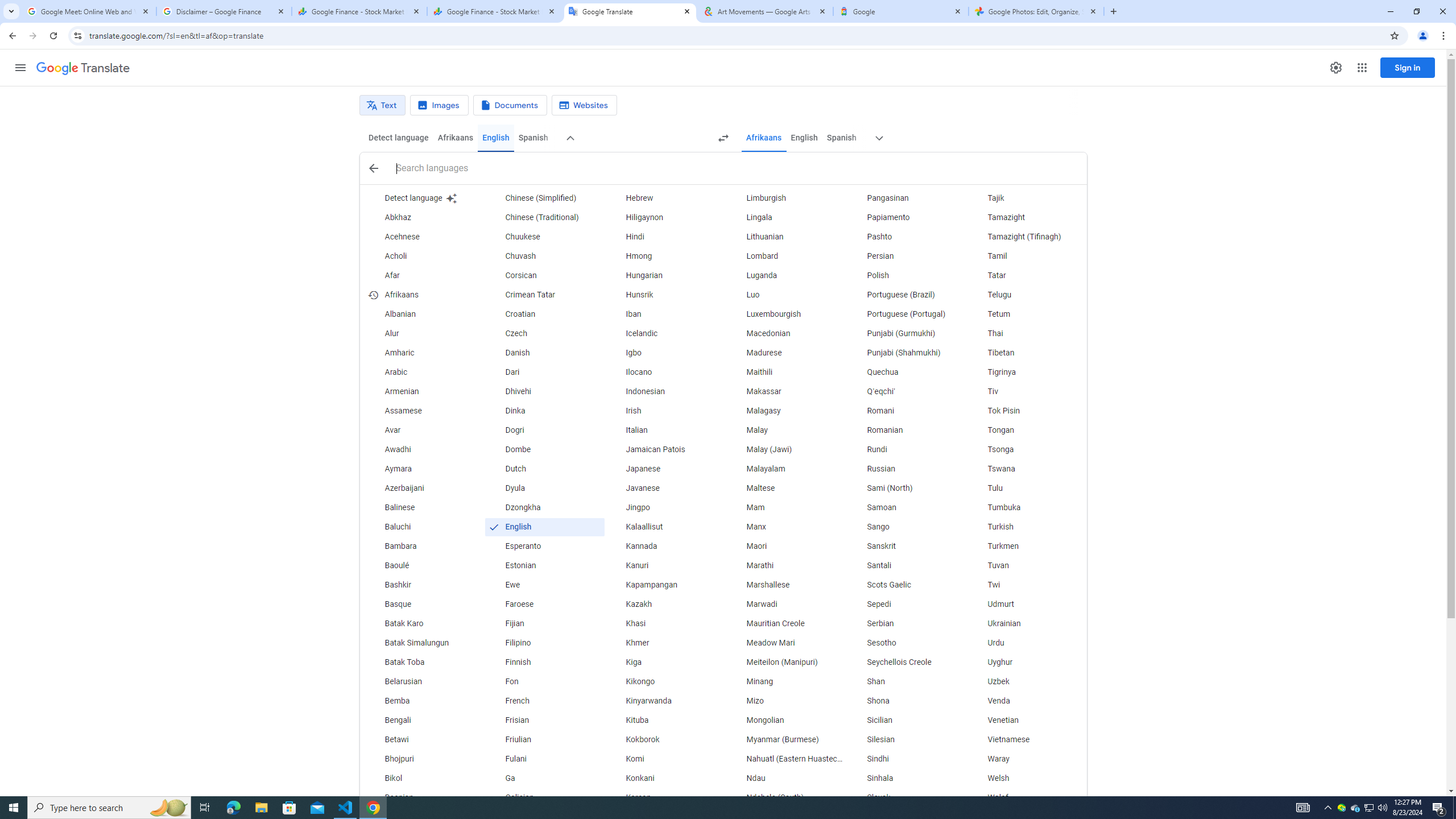  I want to click on 'More source languages', so click(570, 138).